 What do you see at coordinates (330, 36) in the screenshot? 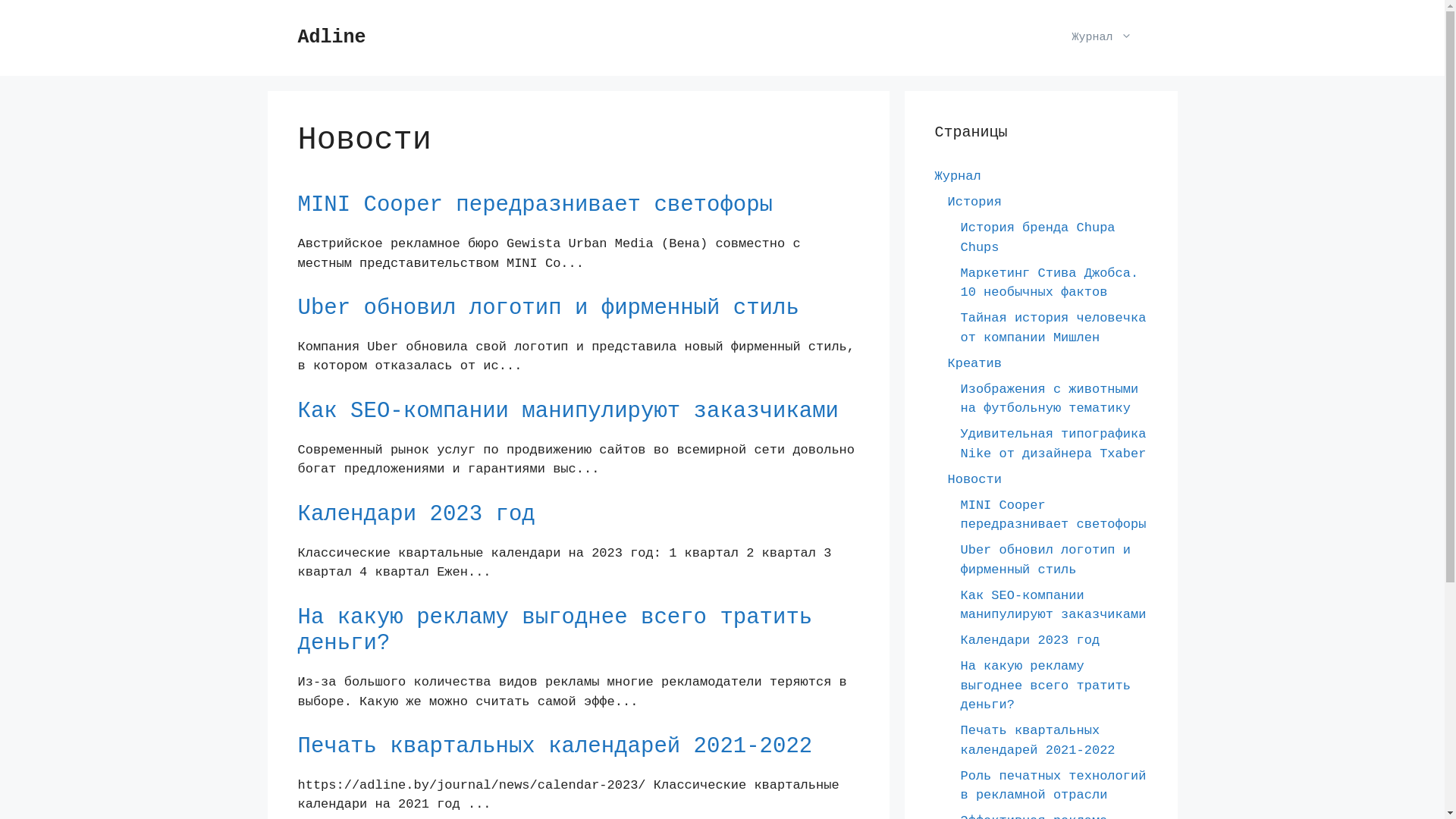
I see `'Adline'` at bounding box center [330, 36].